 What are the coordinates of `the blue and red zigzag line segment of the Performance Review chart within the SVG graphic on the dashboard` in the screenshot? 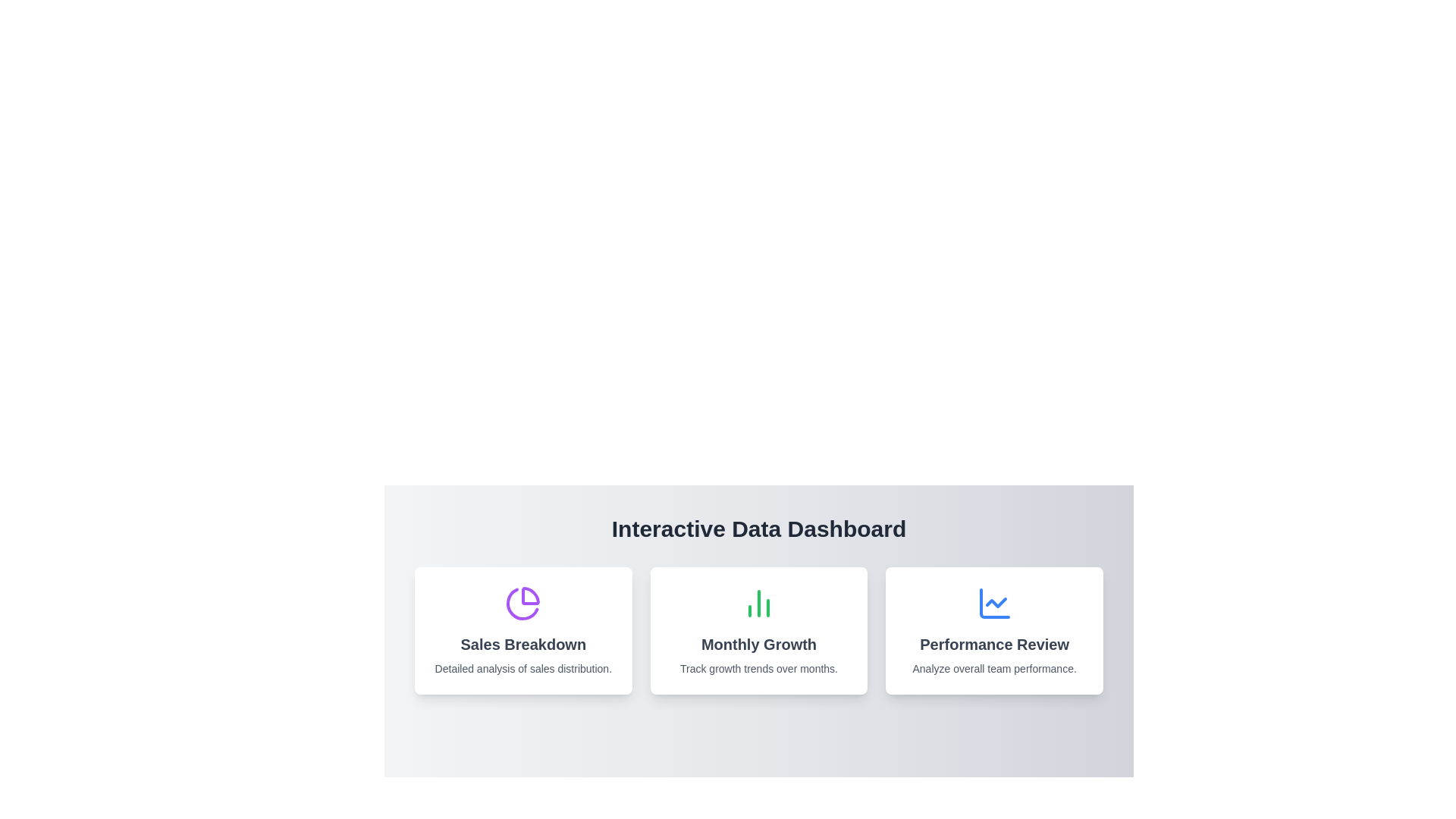 It's located at (996, 601).